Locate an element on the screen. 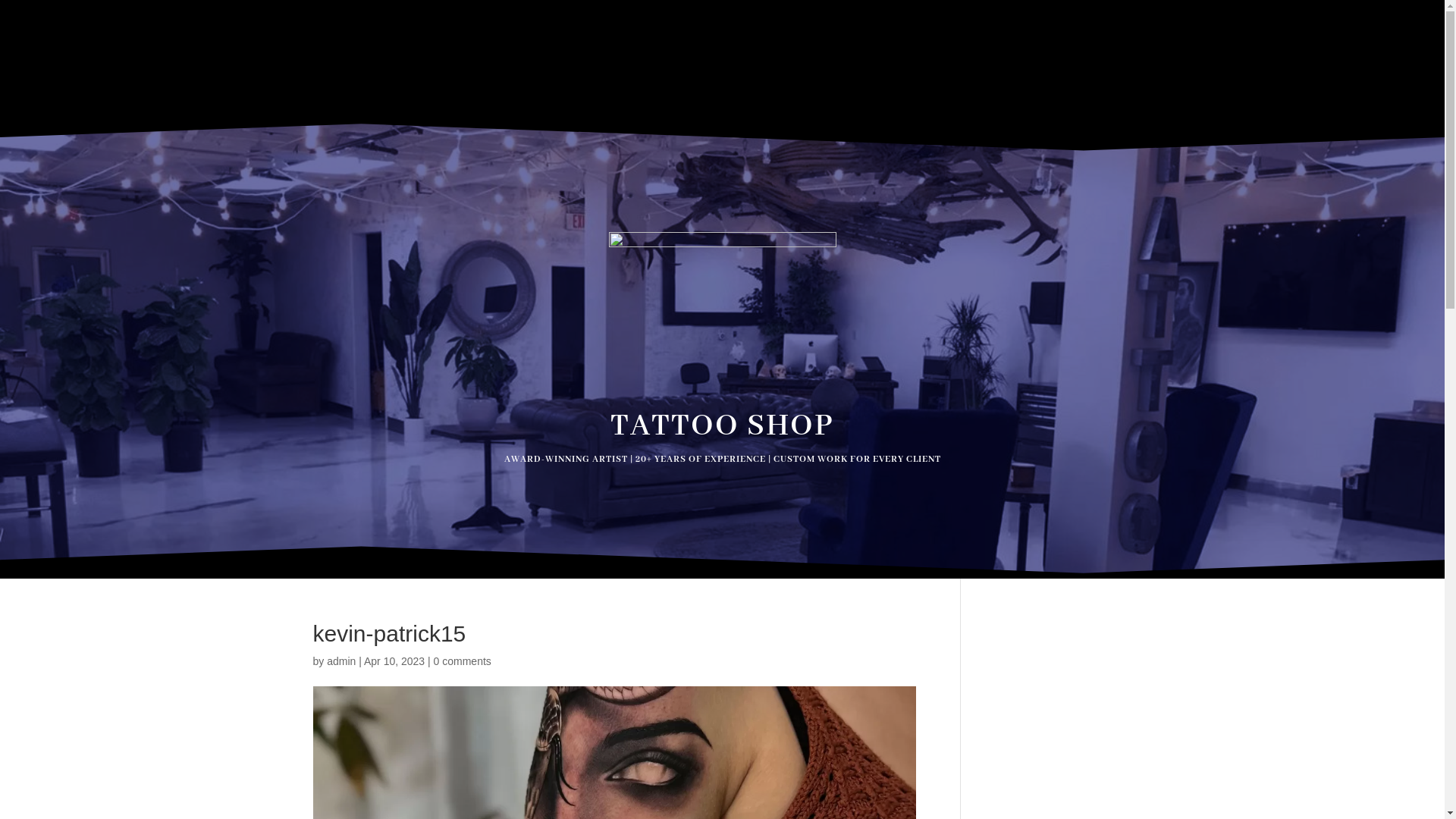  'admin' is located at coordinates (340, 660).